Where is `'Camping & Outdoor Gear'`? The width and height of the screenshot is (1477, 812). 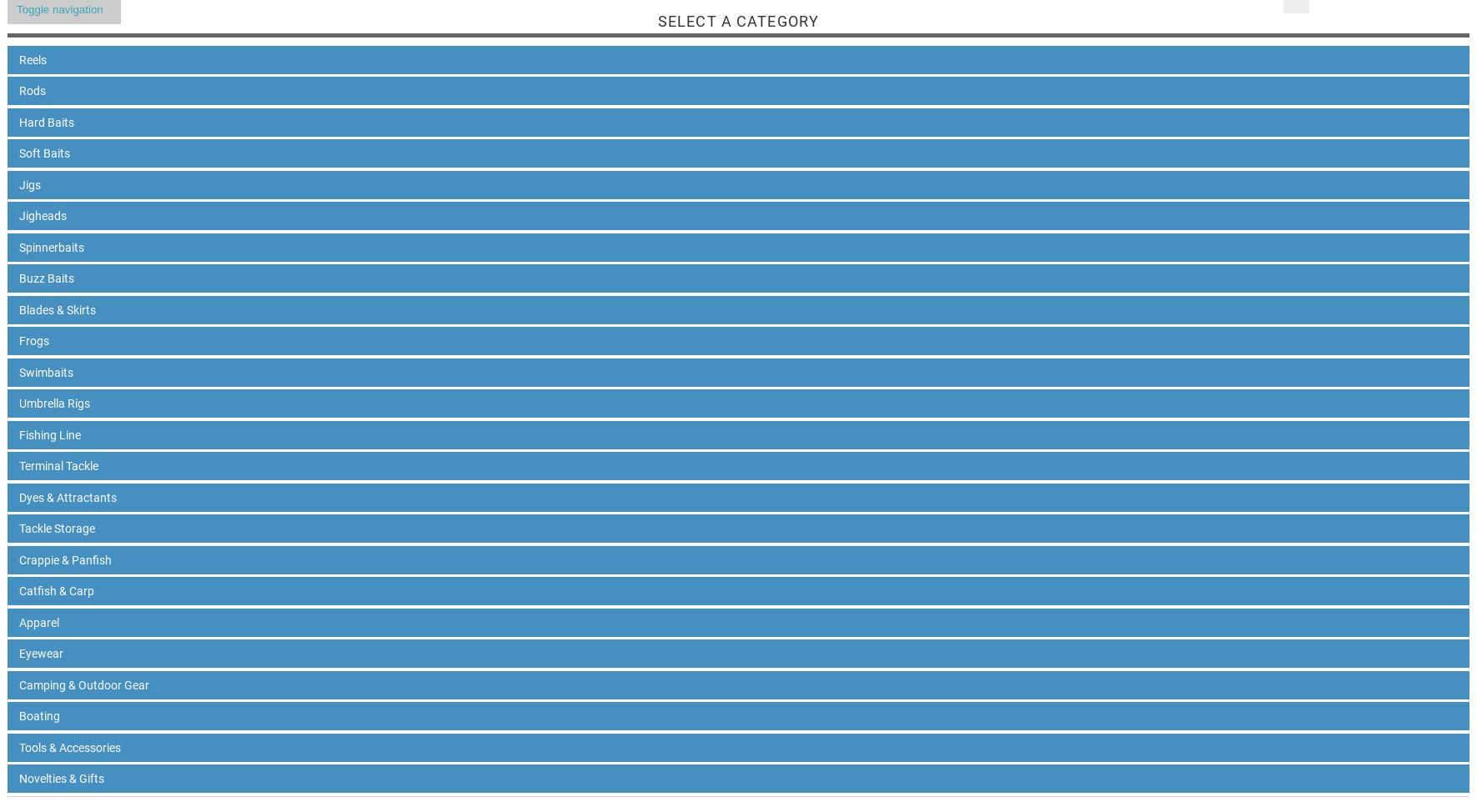
'Camping & Outdoor Gear' is located at coordinates (18, 684).